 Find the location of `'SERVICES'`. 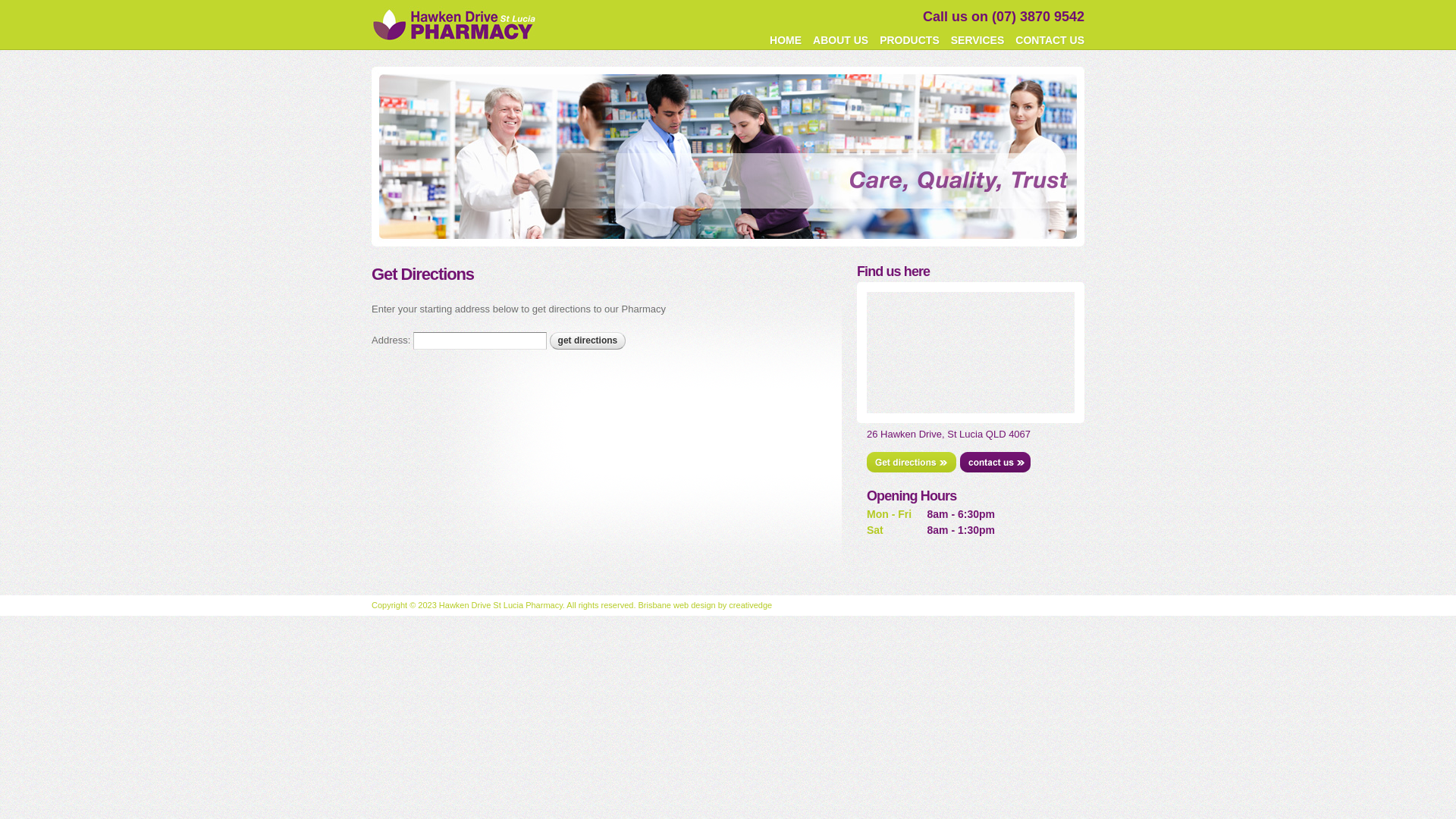

'SERVICES' is located at coordinates (977, 39).